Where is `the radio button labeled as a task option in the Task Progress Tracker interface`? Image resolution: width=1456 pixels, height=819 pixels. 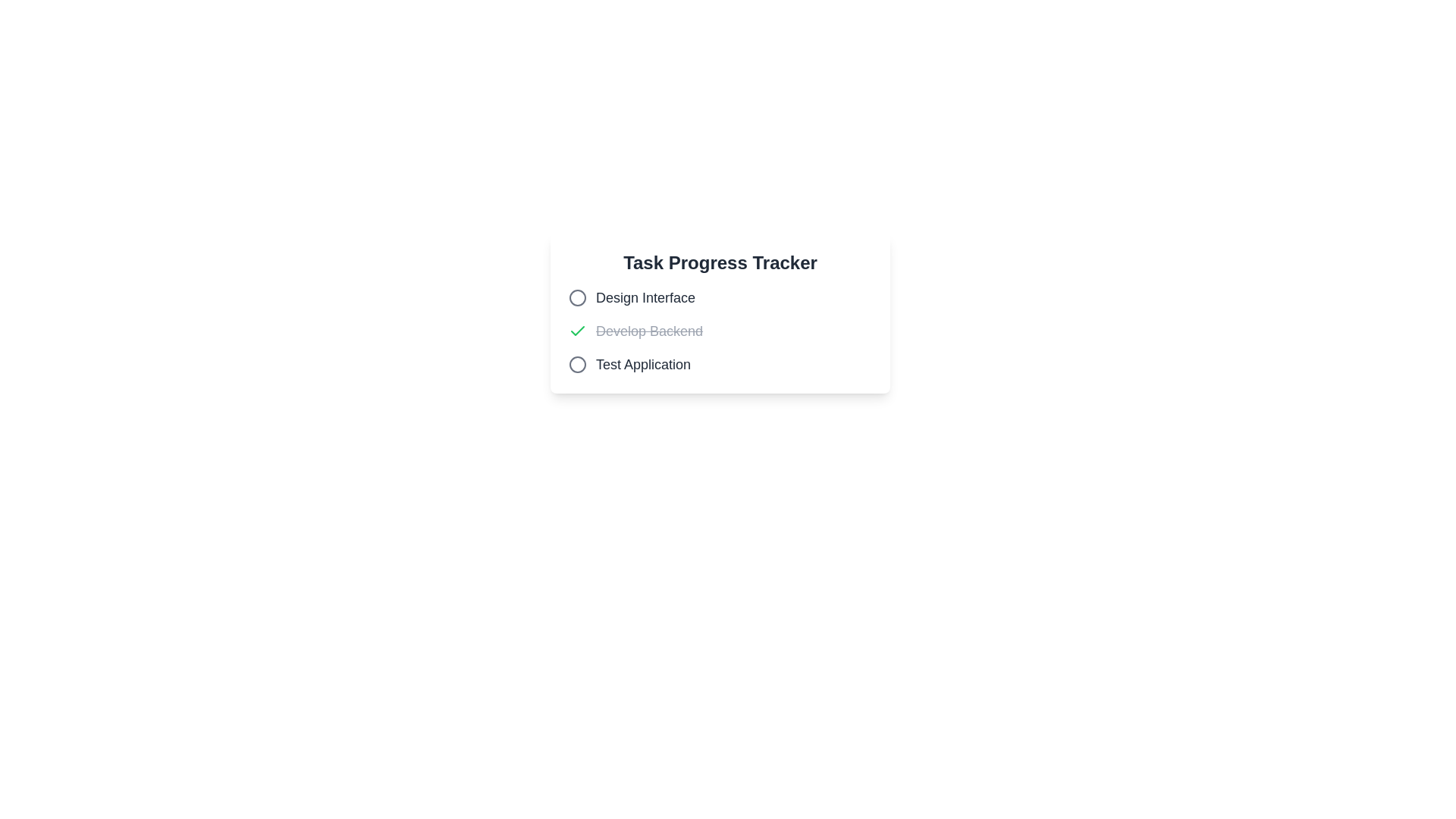
the radio button labeled as a task option in the Task Progress Tracker interface is located at coordinates (632, 298).